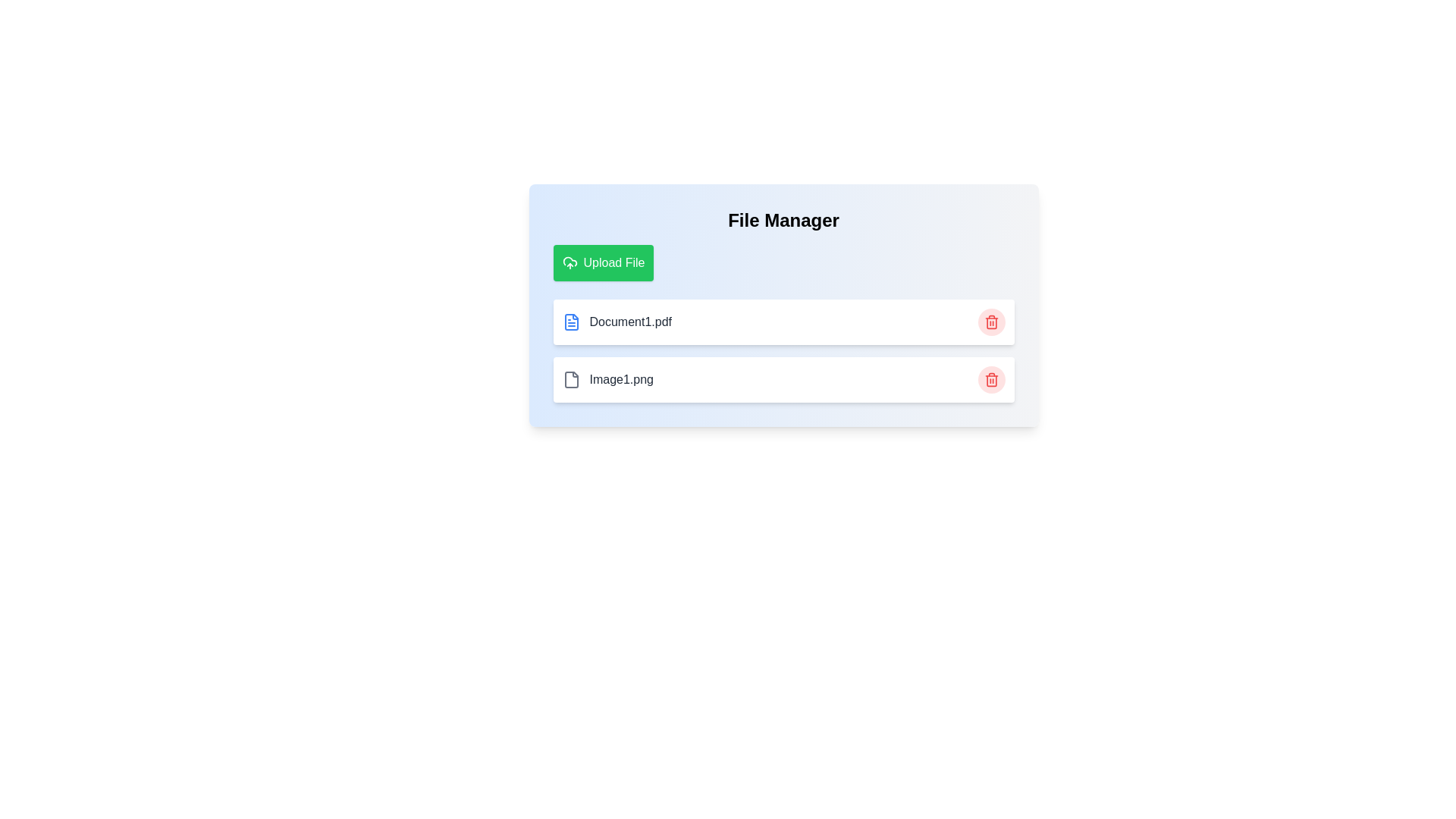 This screenshot has height=819, width=1456. Describe the element at coordinates (603, 262) in the screenshot. I see `the upload button located directly below the 'File Manager' title` at that location.